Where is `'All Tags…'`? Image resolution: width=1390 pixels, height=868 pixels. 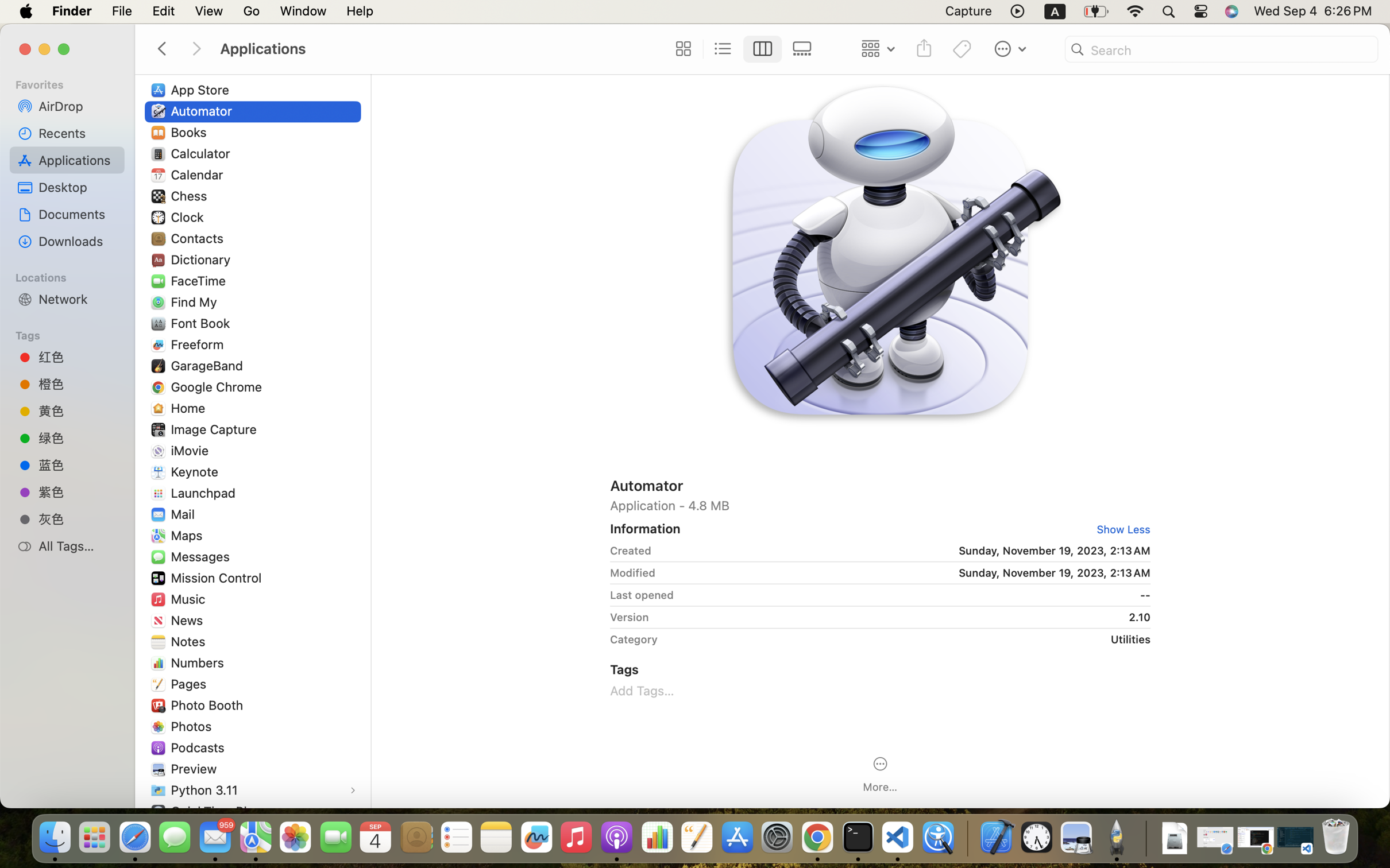 'All Tags…' is located at coordinates (77, 545).